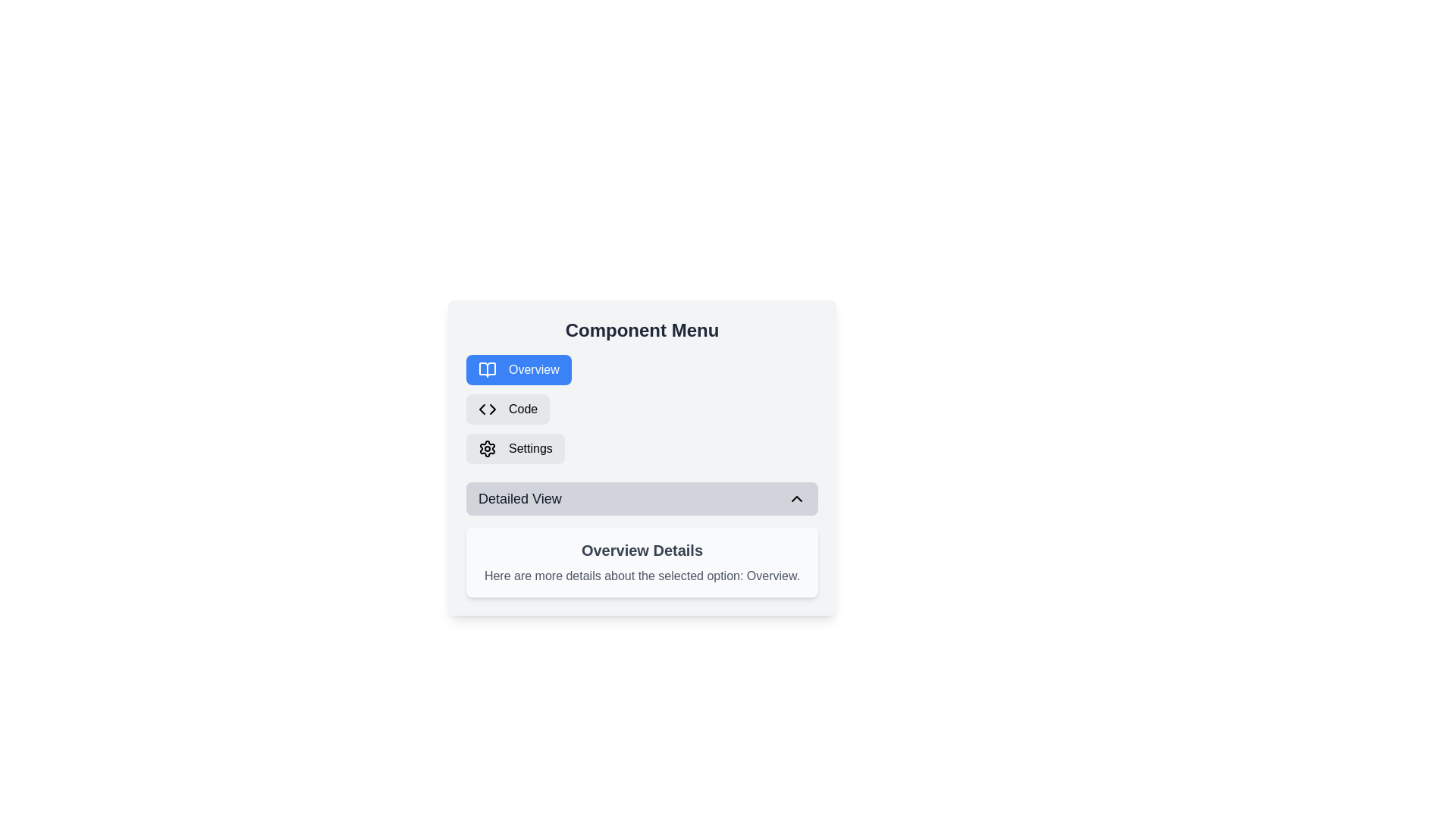 The width and height of the screenshot is (1456, 819). I want to click on the first button in the vertical list located beneath the 'Component Menu' heading, so click(519, 370).